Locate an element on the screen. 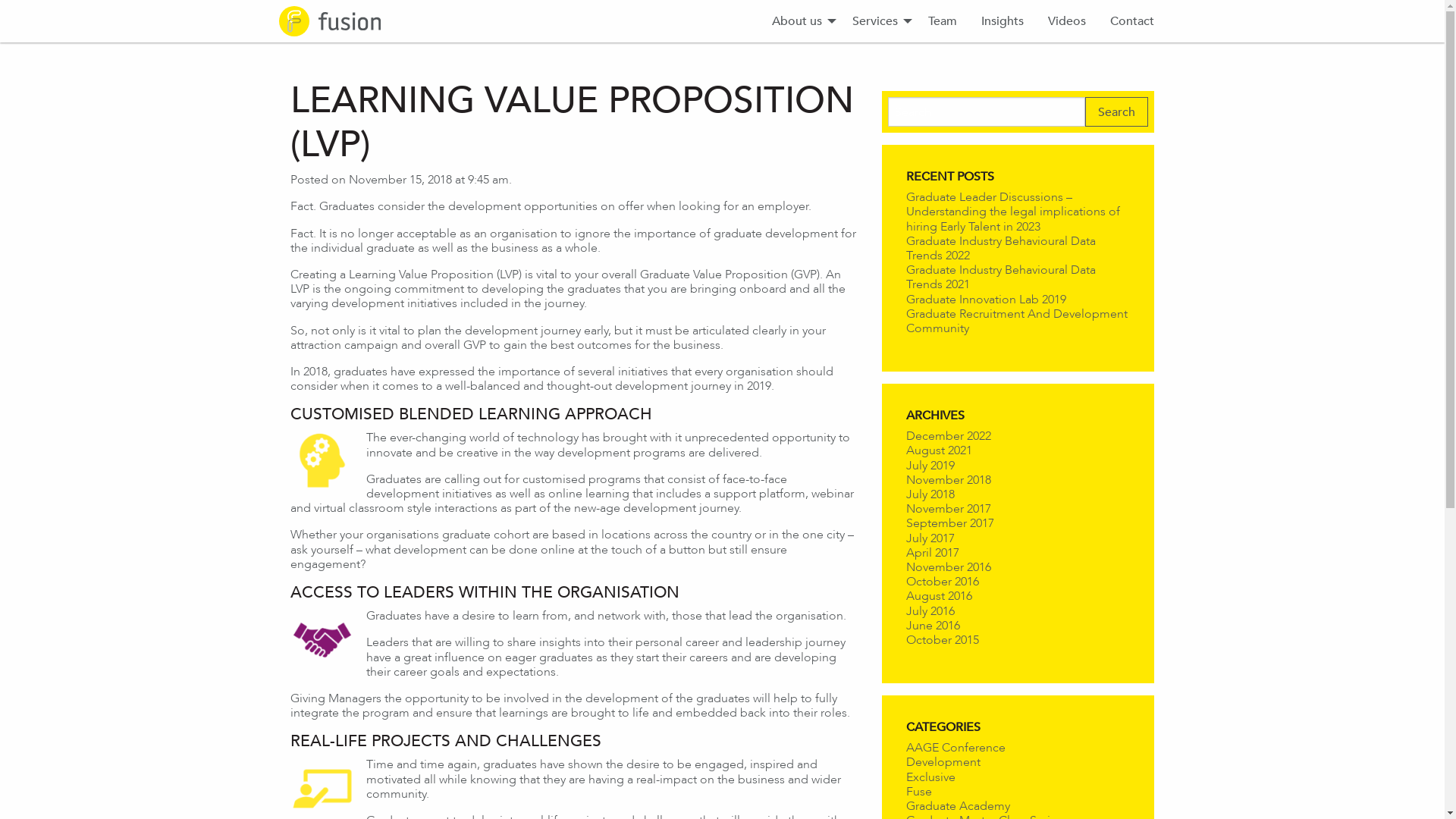  'August 2021' is located at coordinates (937, 449).